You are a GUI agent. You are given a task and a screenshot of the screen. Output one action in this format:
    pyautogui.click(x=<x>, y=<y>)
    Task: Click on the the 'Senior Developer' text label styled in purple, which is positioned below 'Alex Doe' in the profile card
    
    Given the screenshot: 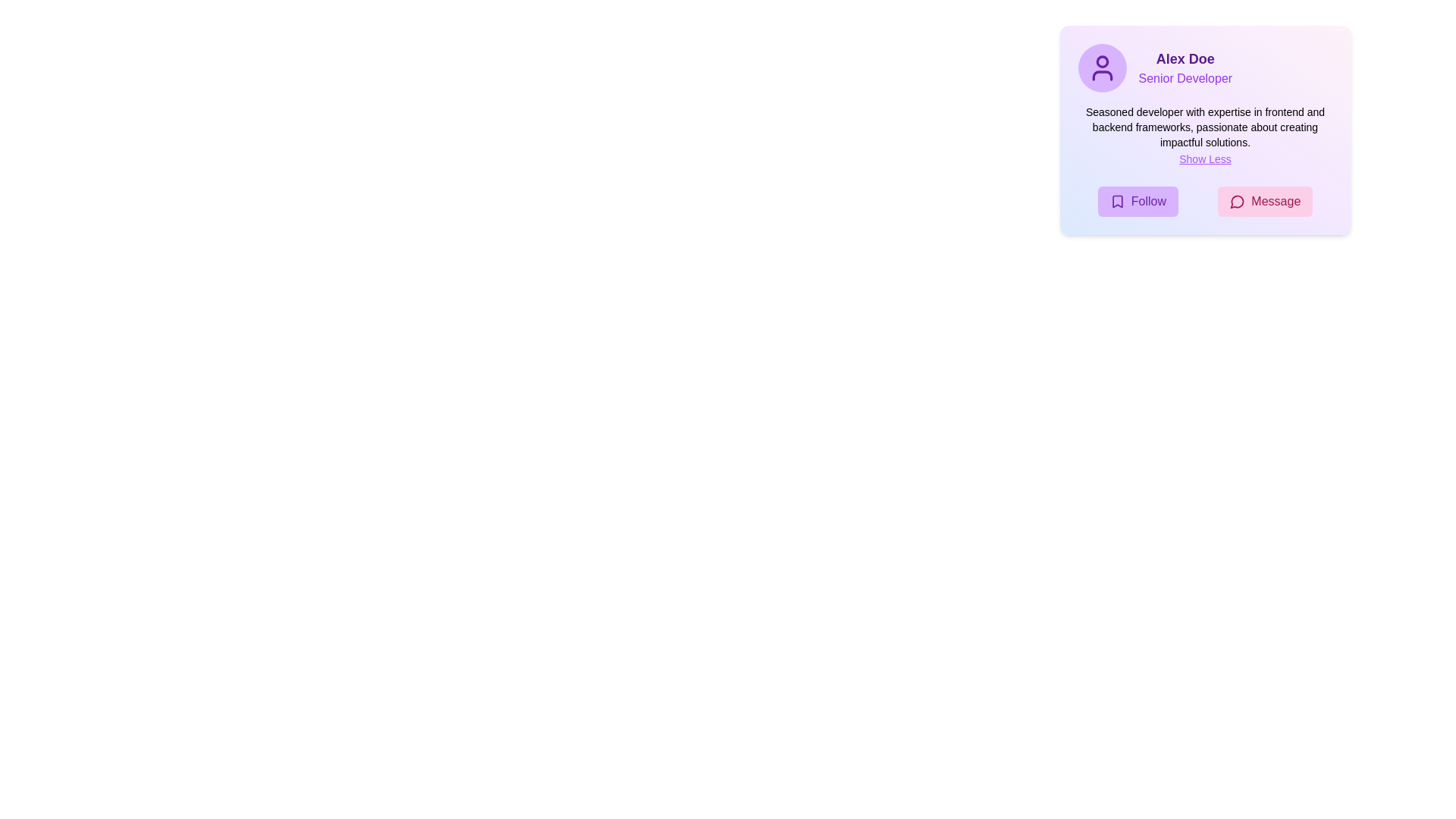 What is the action you would take?
    pyautogui.click(x=1185, y=79)
    